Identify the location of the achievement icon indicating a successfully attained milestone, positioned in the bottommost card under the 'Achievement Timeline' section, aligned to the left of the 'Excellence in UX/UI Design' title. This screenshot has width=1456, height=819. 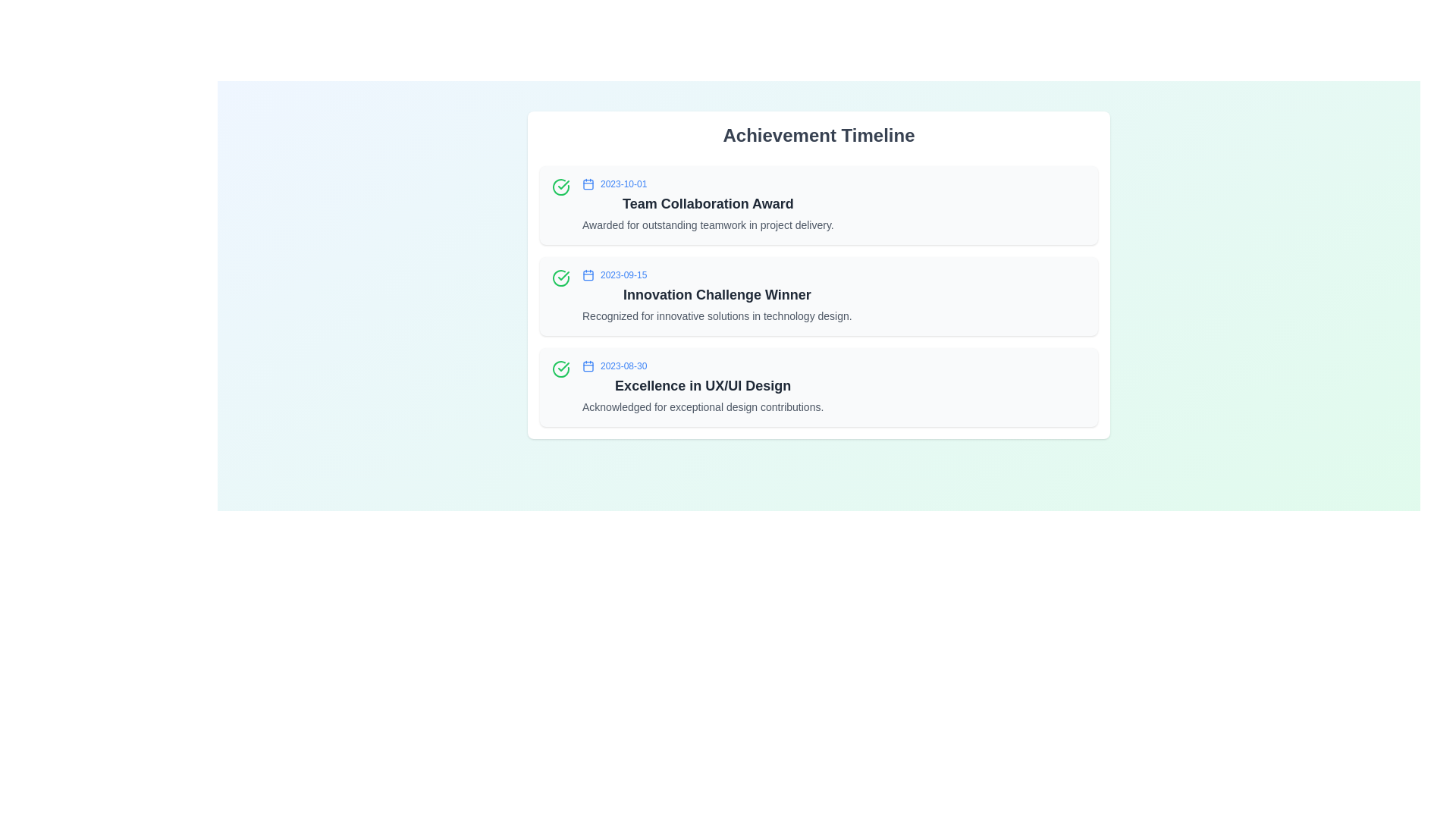
(560, 369).